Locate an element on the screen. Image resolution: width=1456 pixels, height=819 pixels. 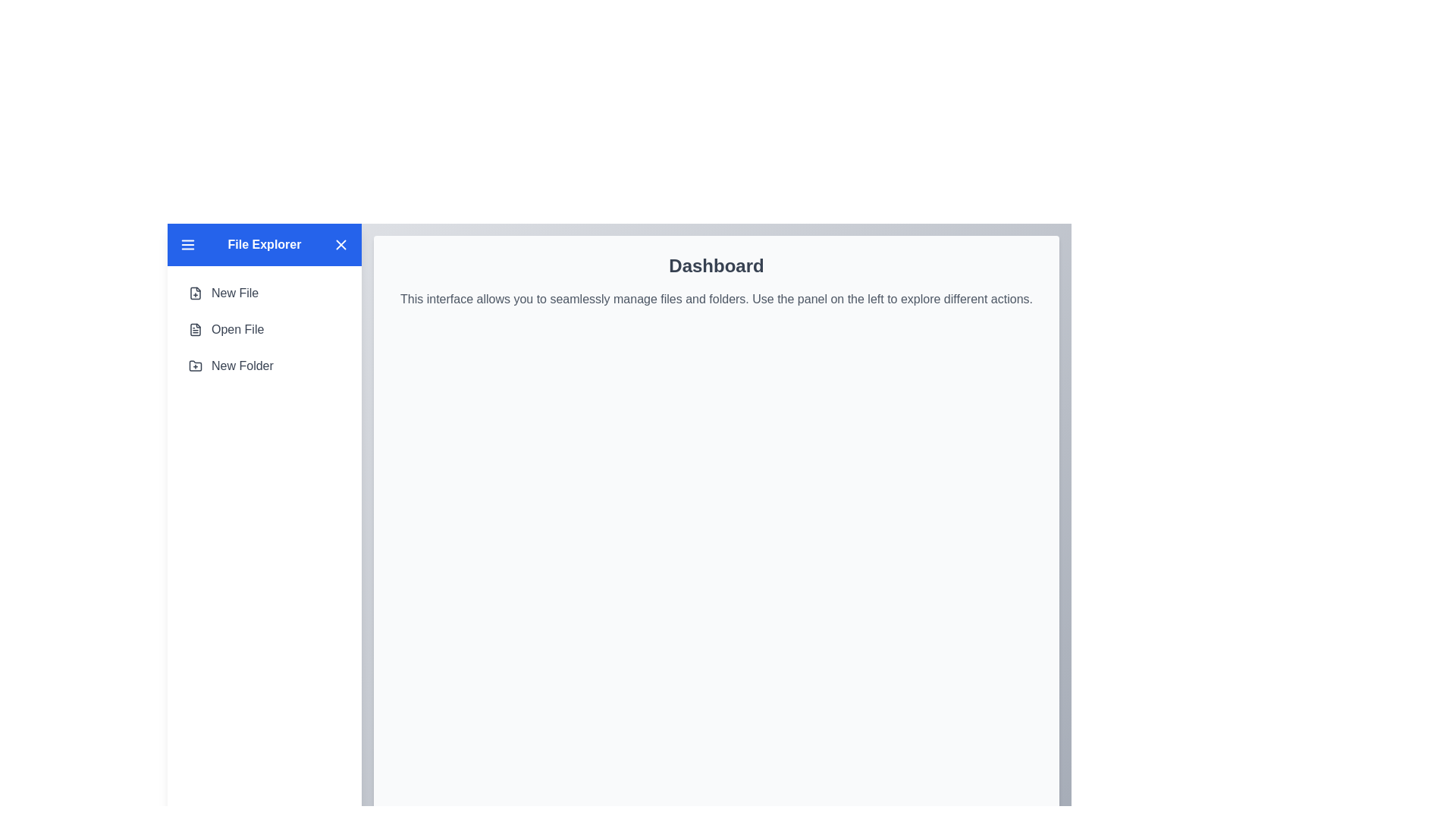
the 'New File' menu item located on the left panel, which features an icon of a file with a plus symbol and is the first item in a vertical stack of options is located at coordinates (222, 293).